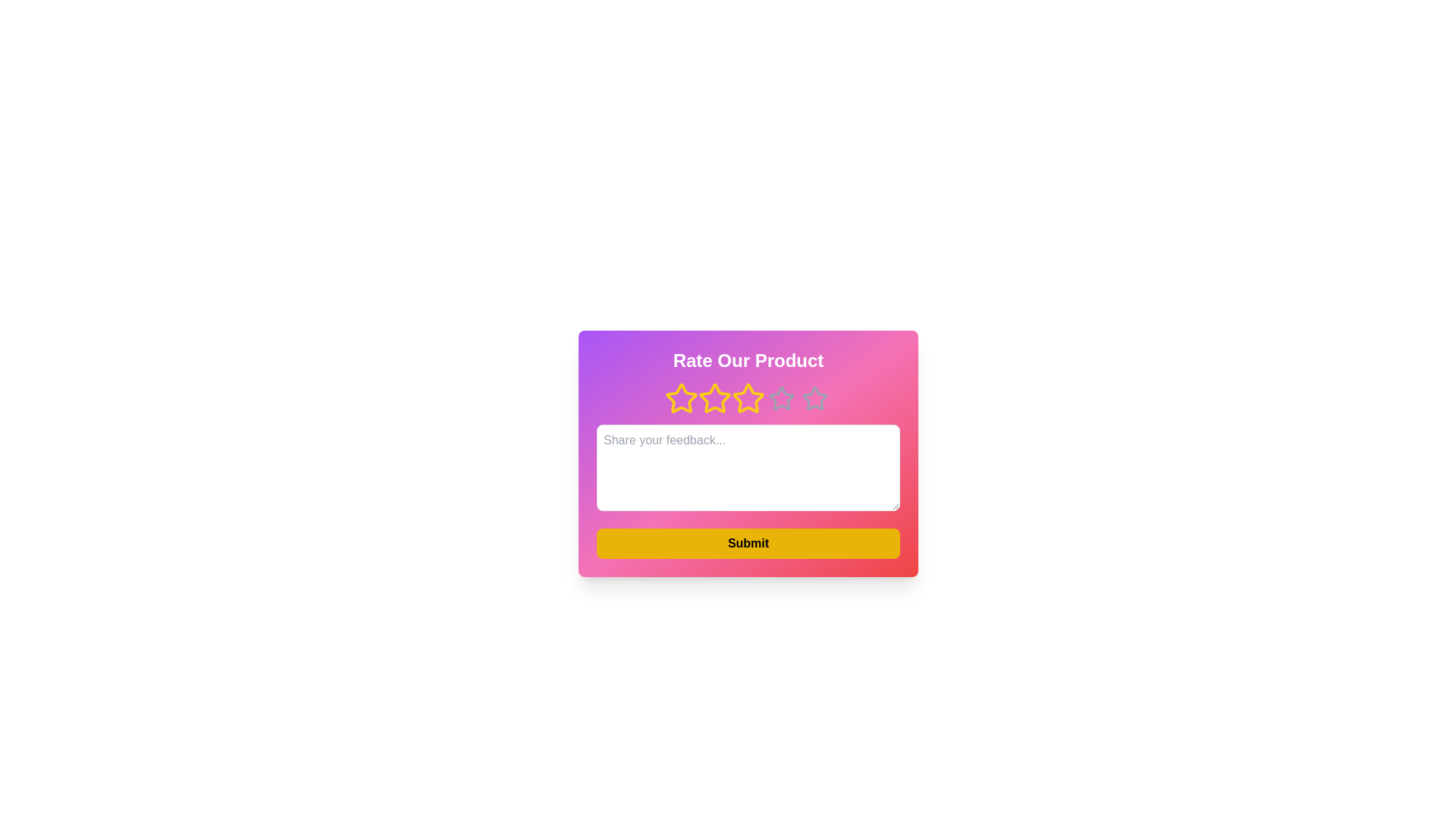 This screenshot has height=819, width=1456. What do you see at coordinates (748, 397) in the screenshot?
I see `the third rating star icon, which is a five-pointed star with a yellow outline and a pink-filled background` at bounding box center [748, 397].